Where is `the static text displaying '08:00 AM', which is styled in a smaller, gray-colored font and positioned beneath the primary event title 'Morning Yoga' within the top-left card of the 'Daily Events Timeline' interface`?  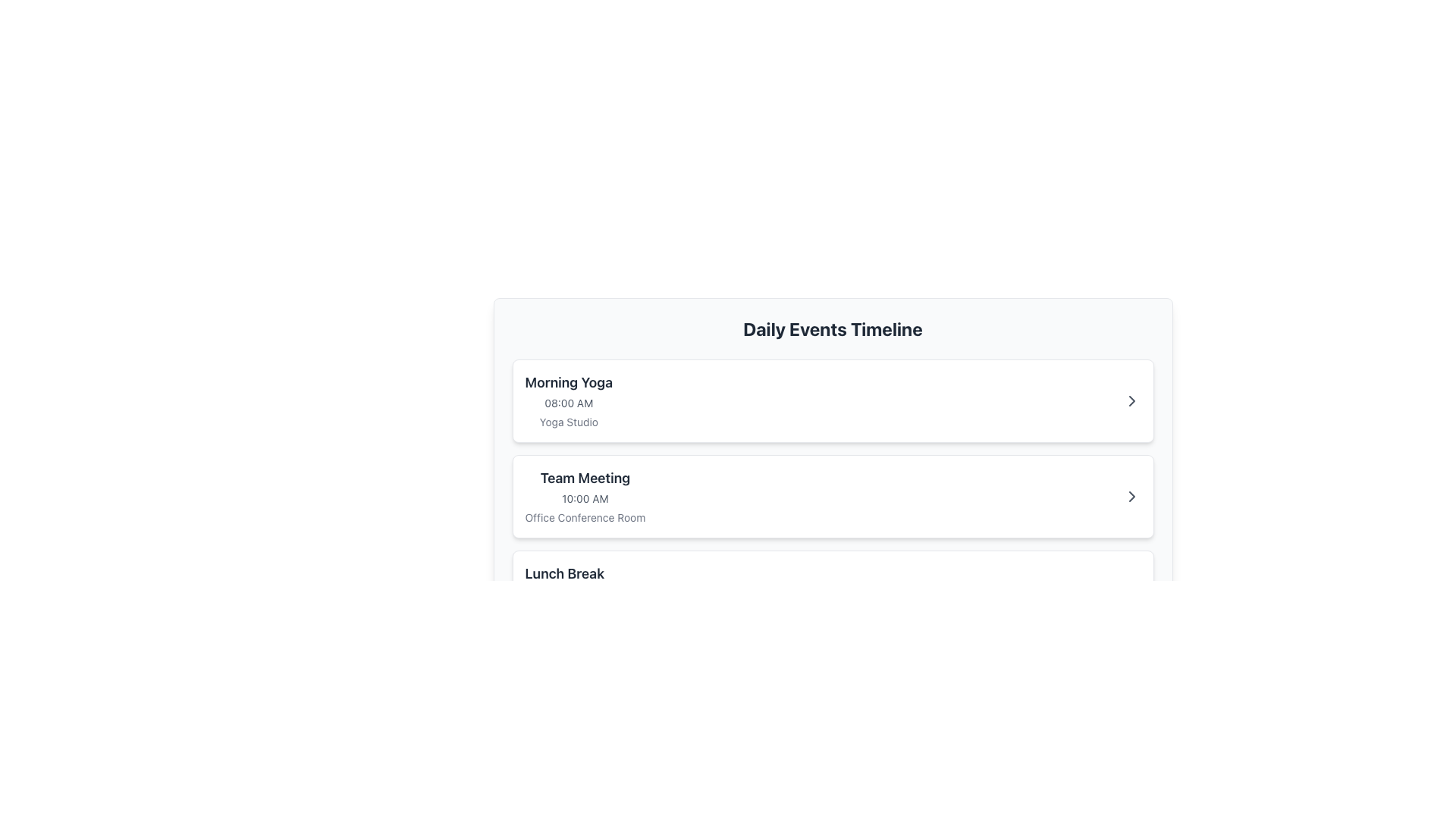
the static text displaying '08:00 AM', which is styled in a smaller, gray-colored font and positioned beneath the primary event title 'Morning Yoga' within the top-left card of the 'Daily Events Timeline' interface is located at coordinates (568, 402).